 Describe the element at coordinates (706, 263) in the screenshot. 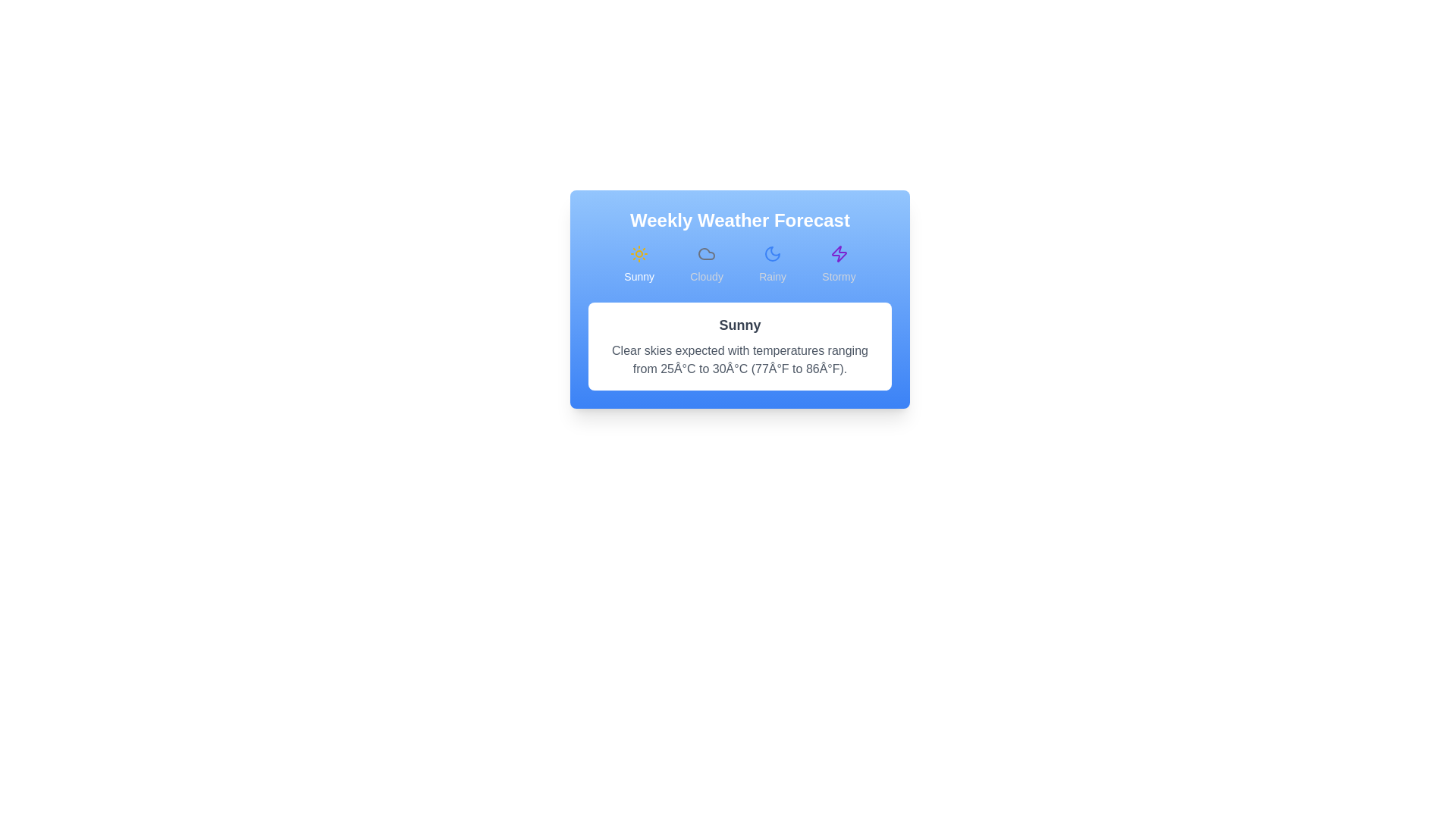

I see `the Cloudy forecast tab by clicking on its button` at that location.